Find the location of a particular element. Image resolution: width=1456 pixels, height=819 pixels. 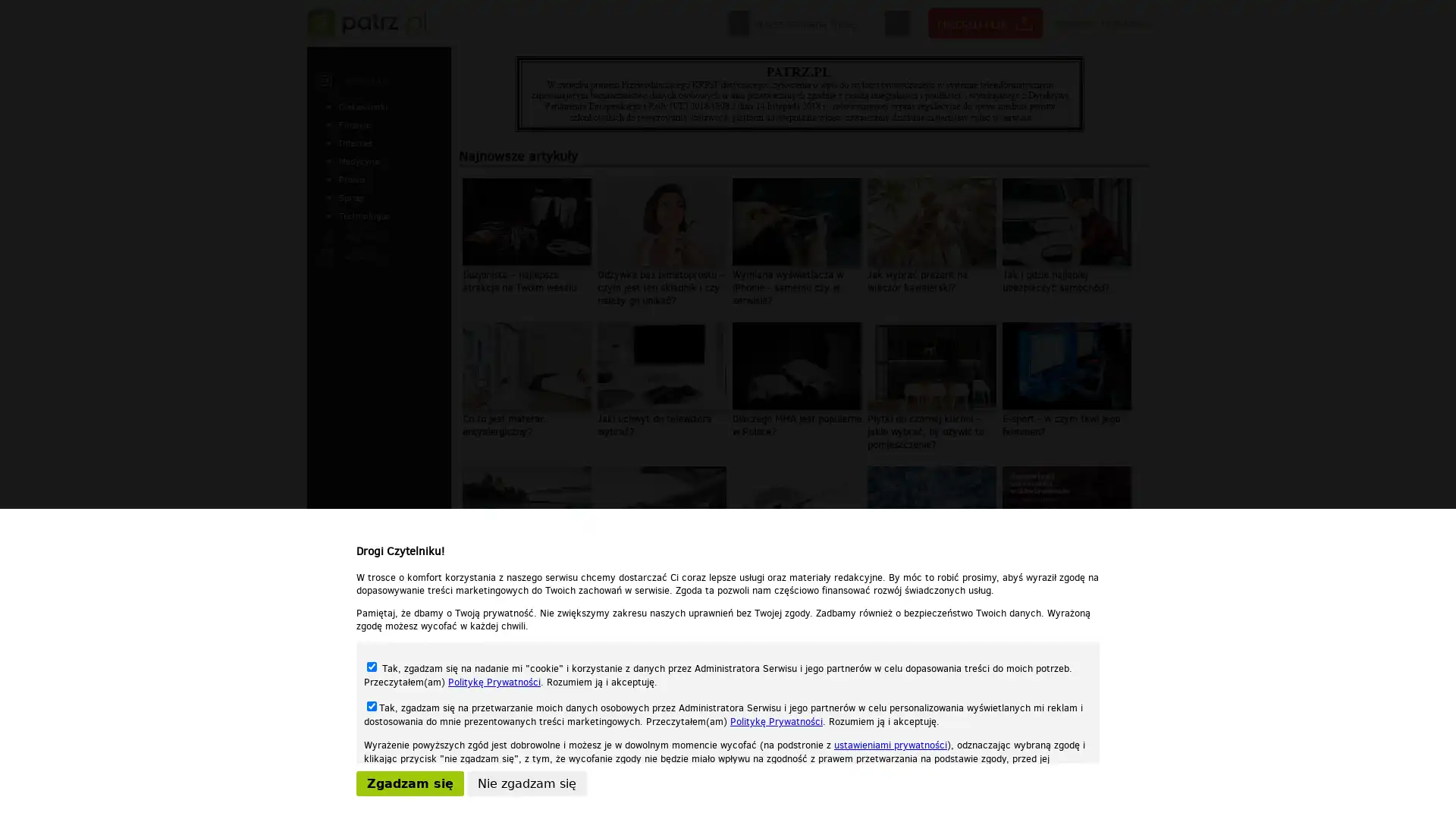

Nie zgadzam sie is located at coordinates (527, 783).